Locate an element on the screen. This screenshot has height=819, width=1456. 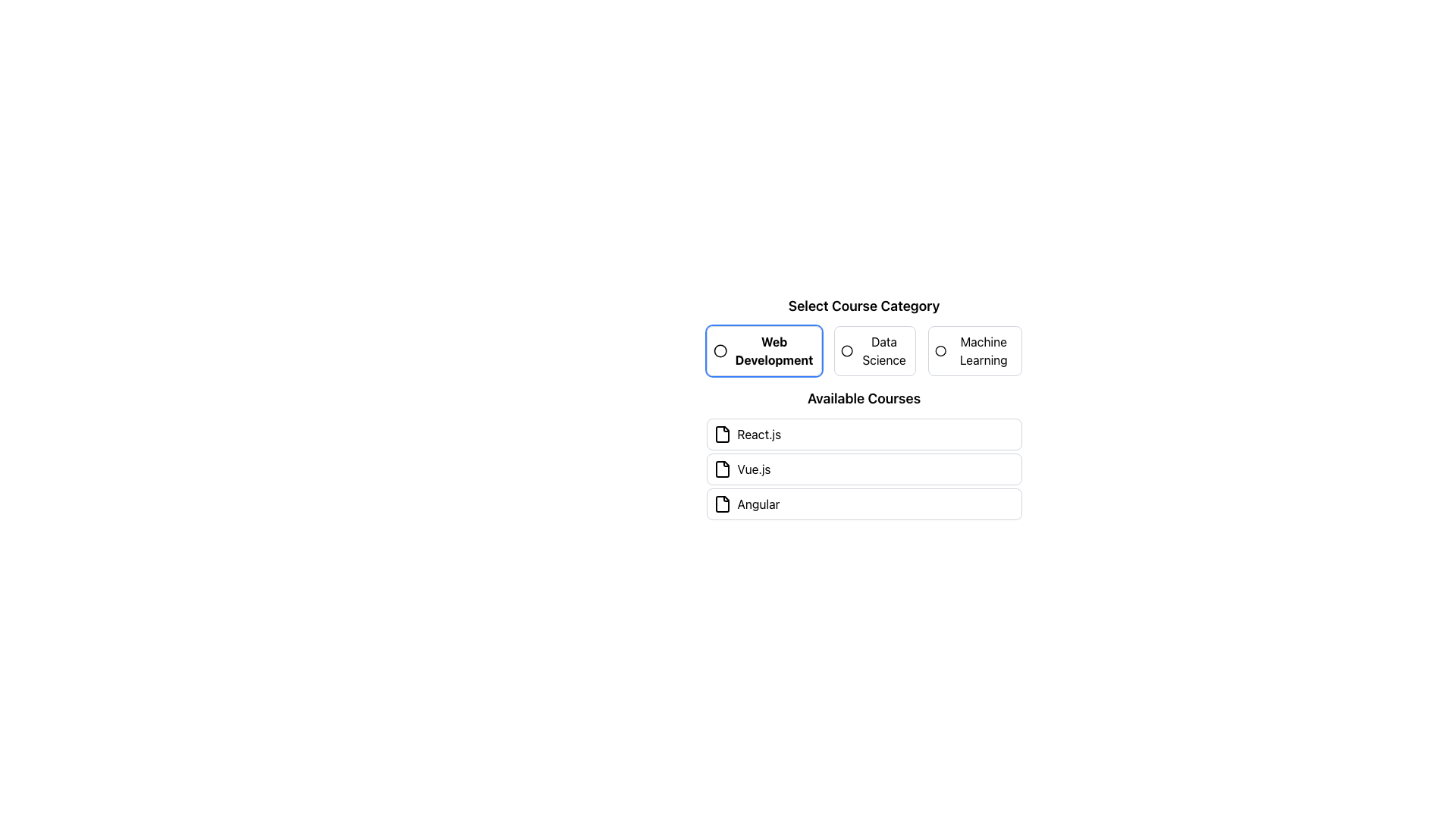
the 'Web Development' category selector option, which is the first element in the horizontally aligned button group labeled 'Select Course Category' is located at coordinates (764, 350).